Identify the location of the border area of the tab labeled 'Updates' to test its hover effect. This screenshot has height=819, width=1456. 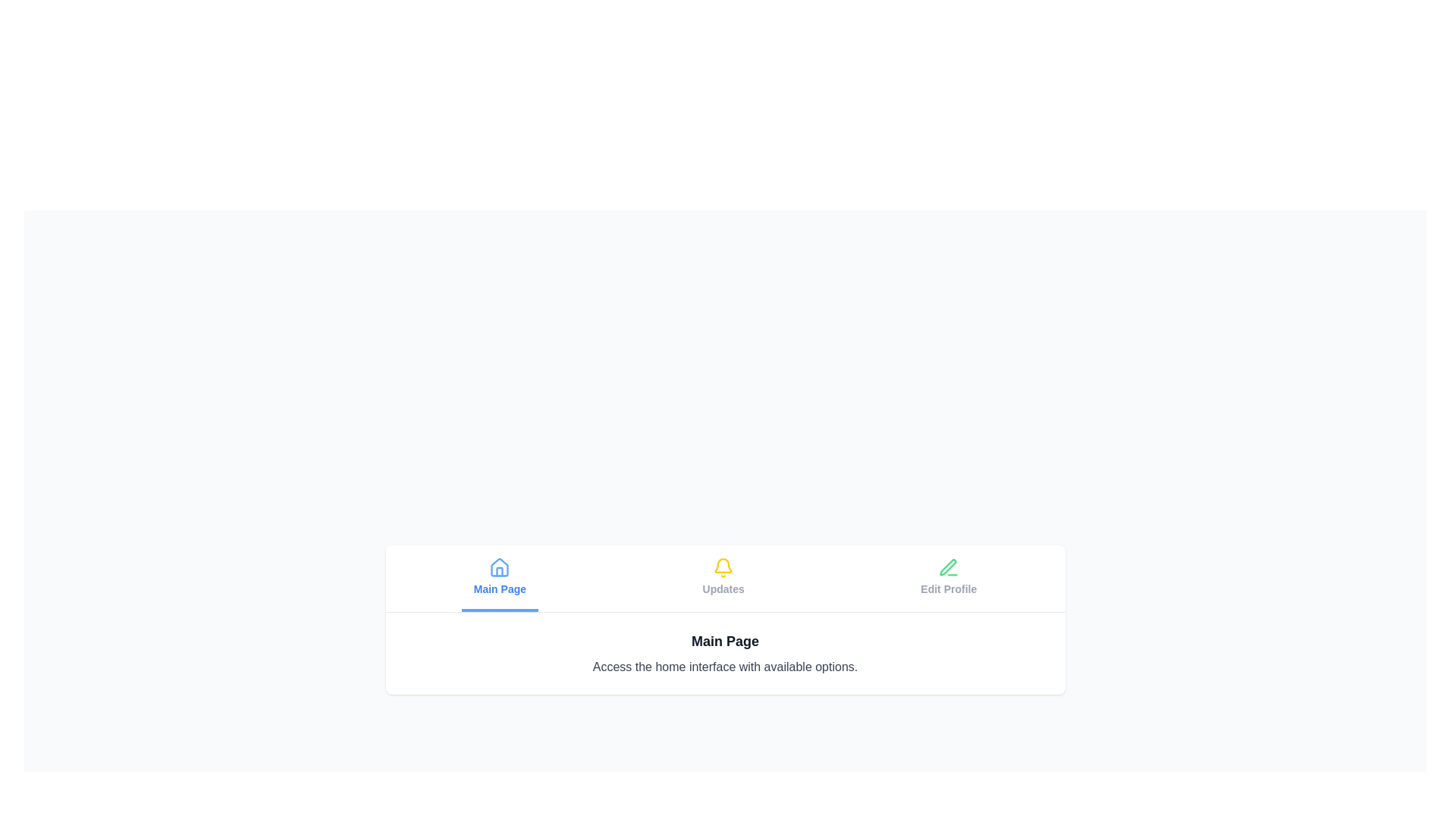
(723, 578).